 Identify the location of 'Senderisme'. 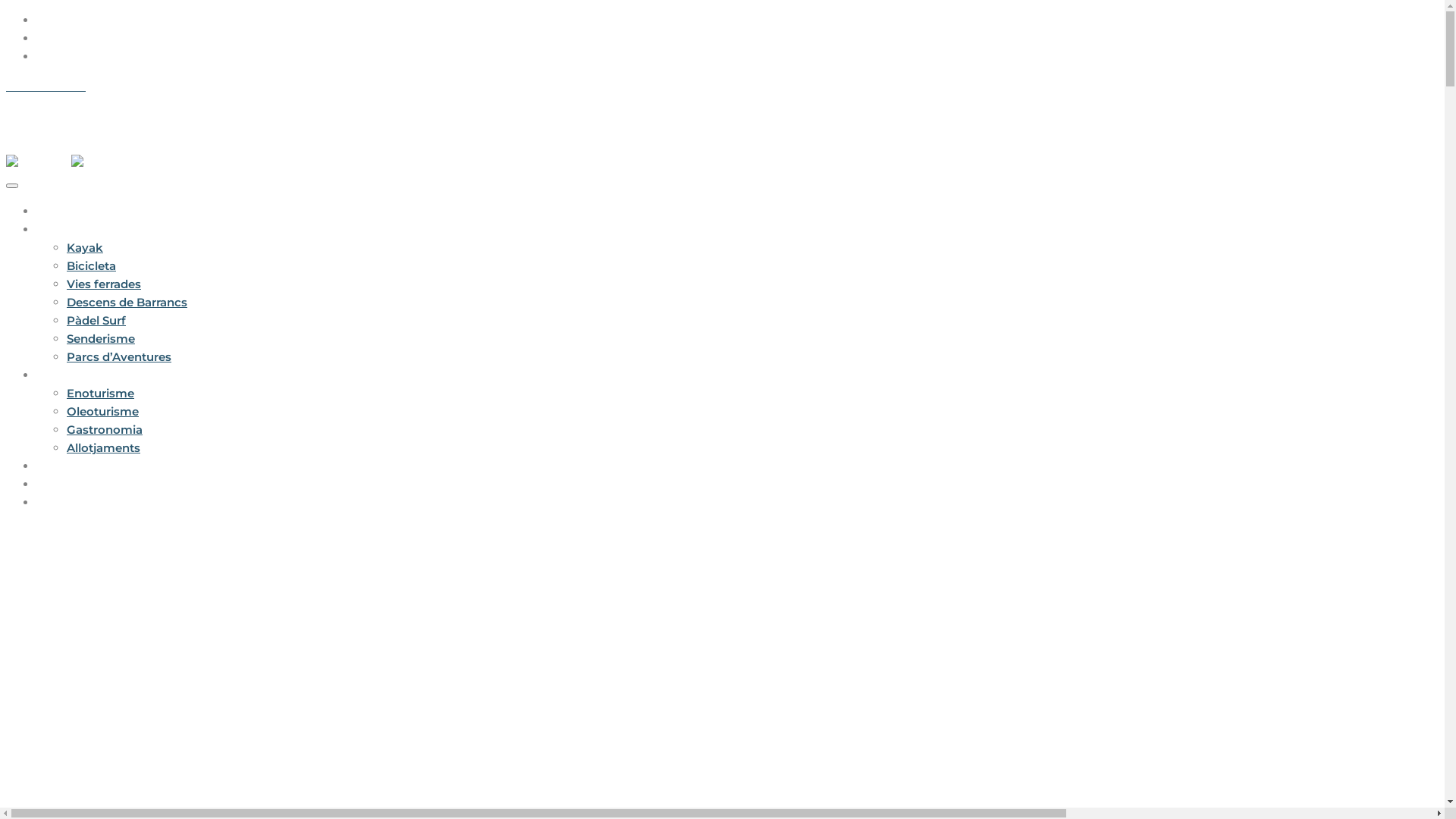
(100, 337).